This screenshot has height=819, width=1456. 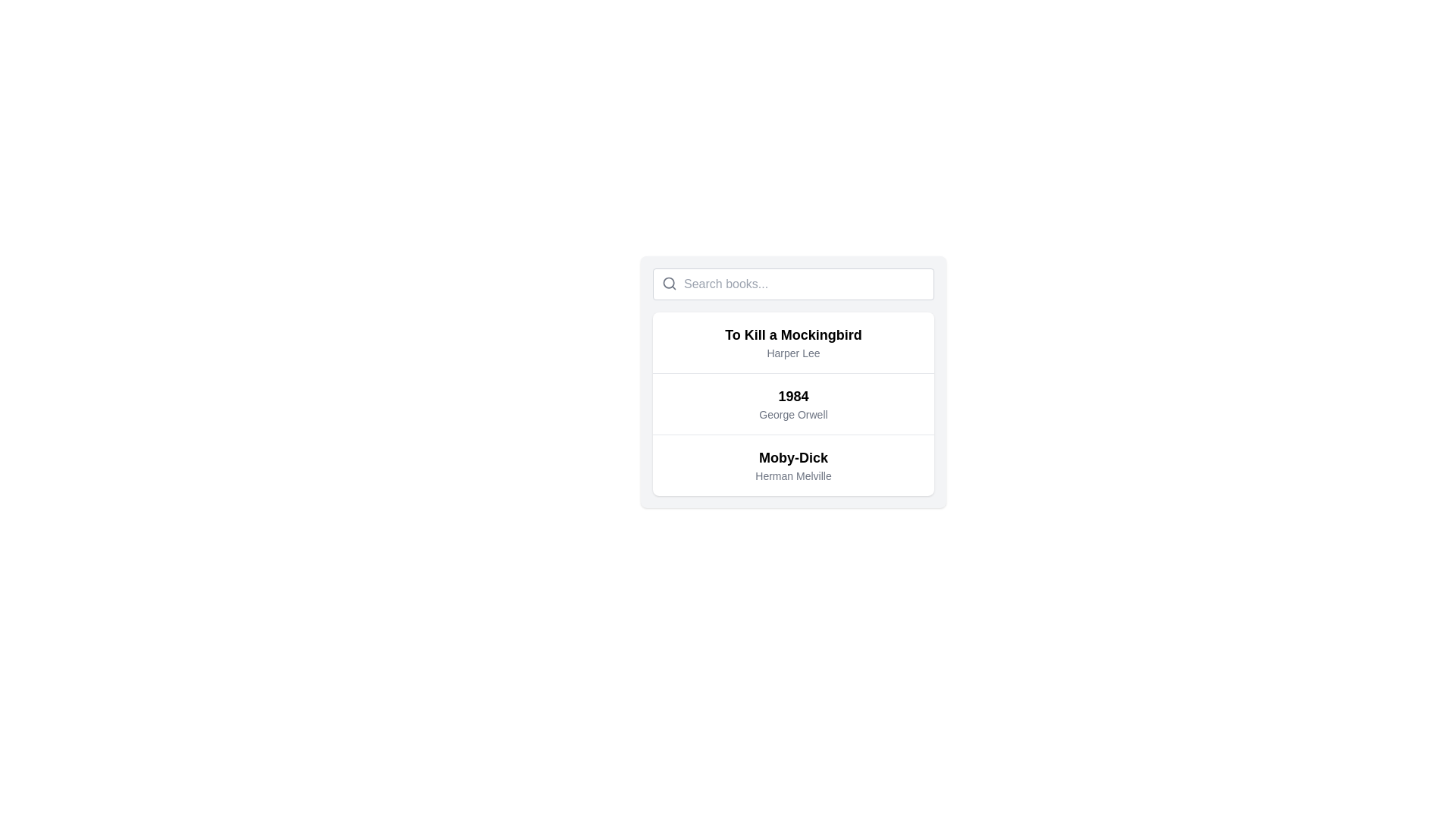 What do you see at coordinates (792, 342) in the screenshot?
I see `the List item displaying the book title 'To Kill a Mockingbird' by 'Harper Lee'` at bounding box center [792, 342].